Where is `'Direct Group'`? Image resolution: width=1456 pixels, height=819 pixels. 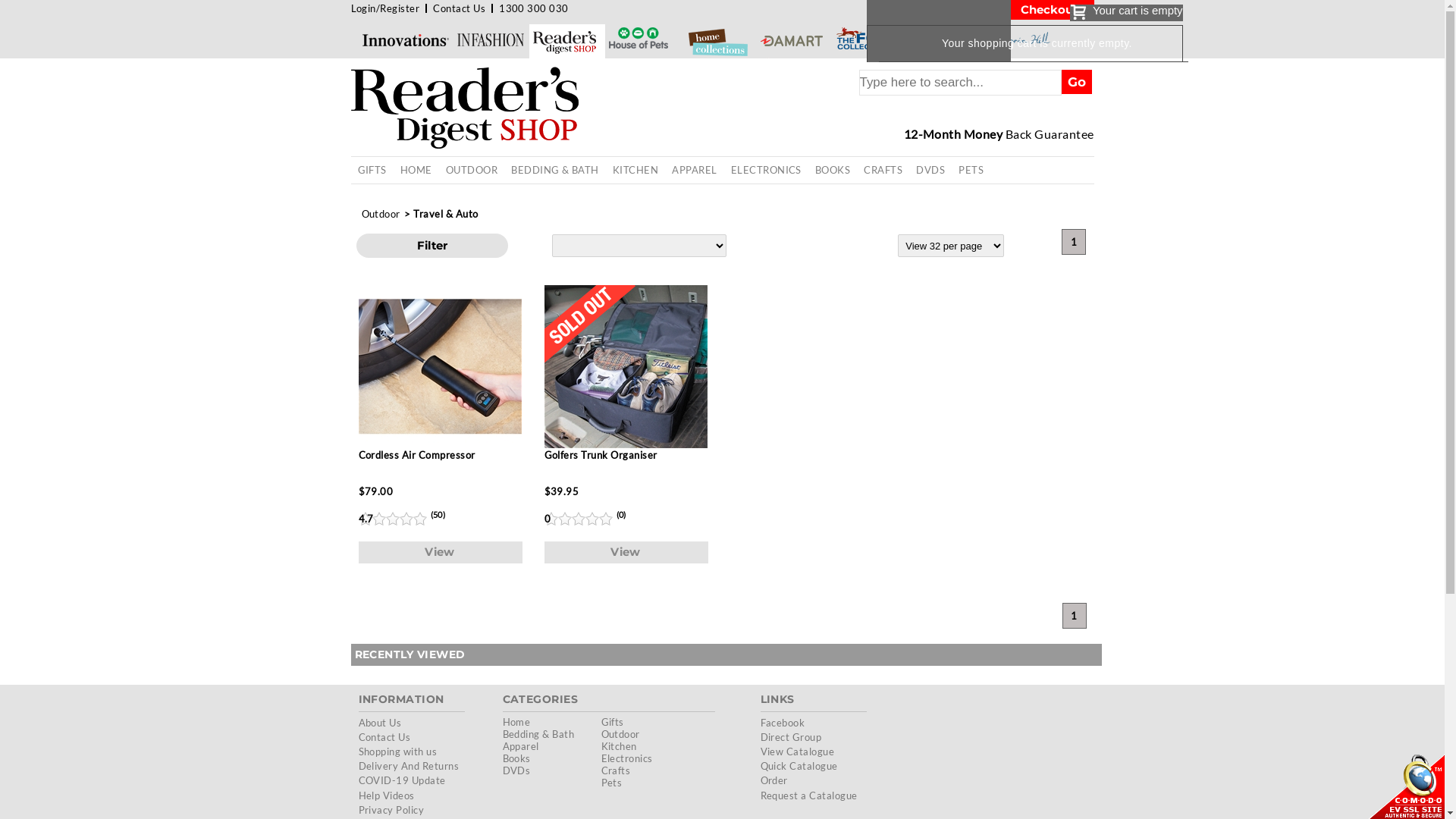 'Direct Group' is located at coordinates (789, 736).